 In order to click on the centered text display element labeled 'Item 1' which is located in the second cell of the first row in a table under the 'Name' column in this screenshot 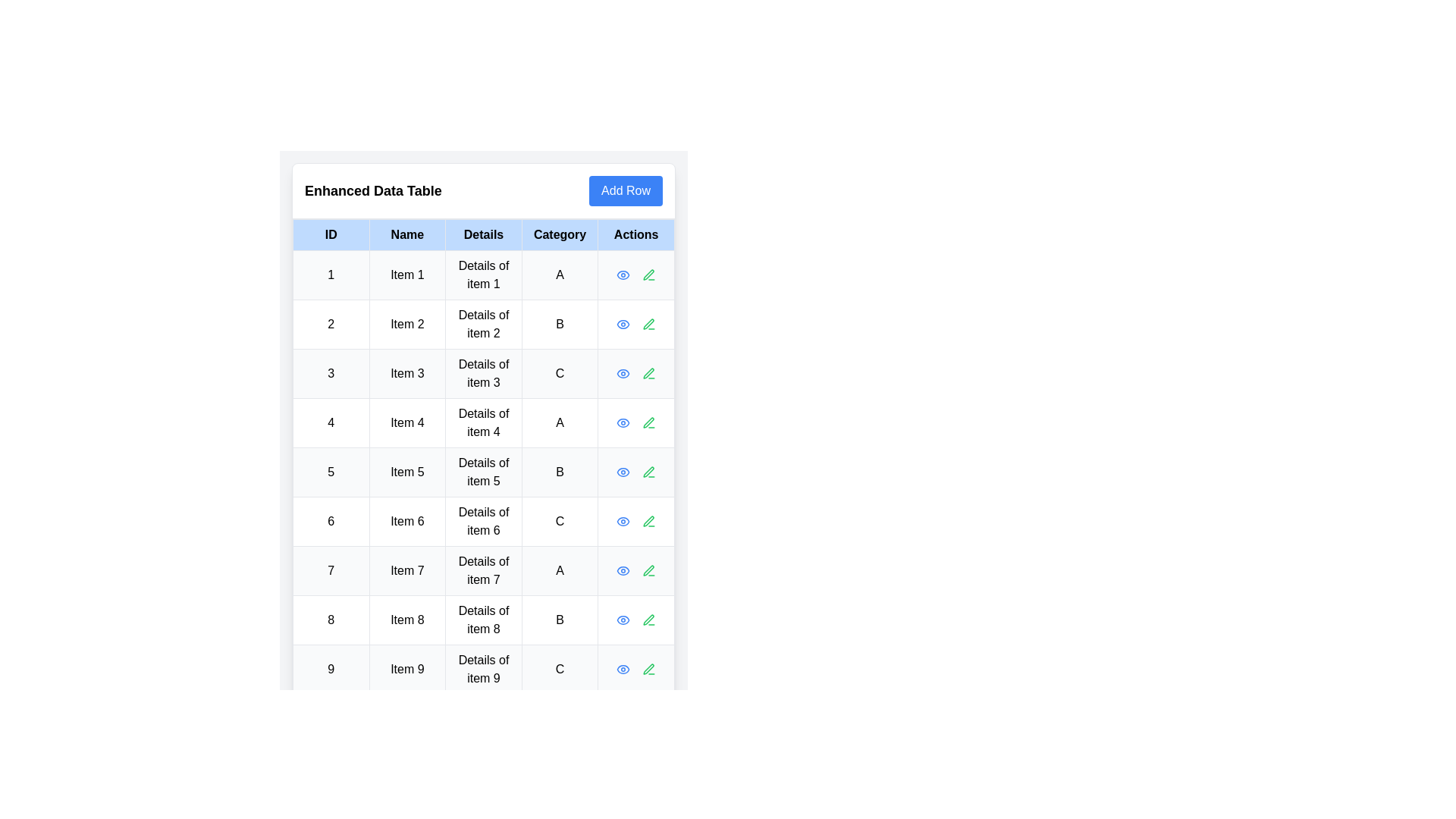, I will do `click(407, 275)`.